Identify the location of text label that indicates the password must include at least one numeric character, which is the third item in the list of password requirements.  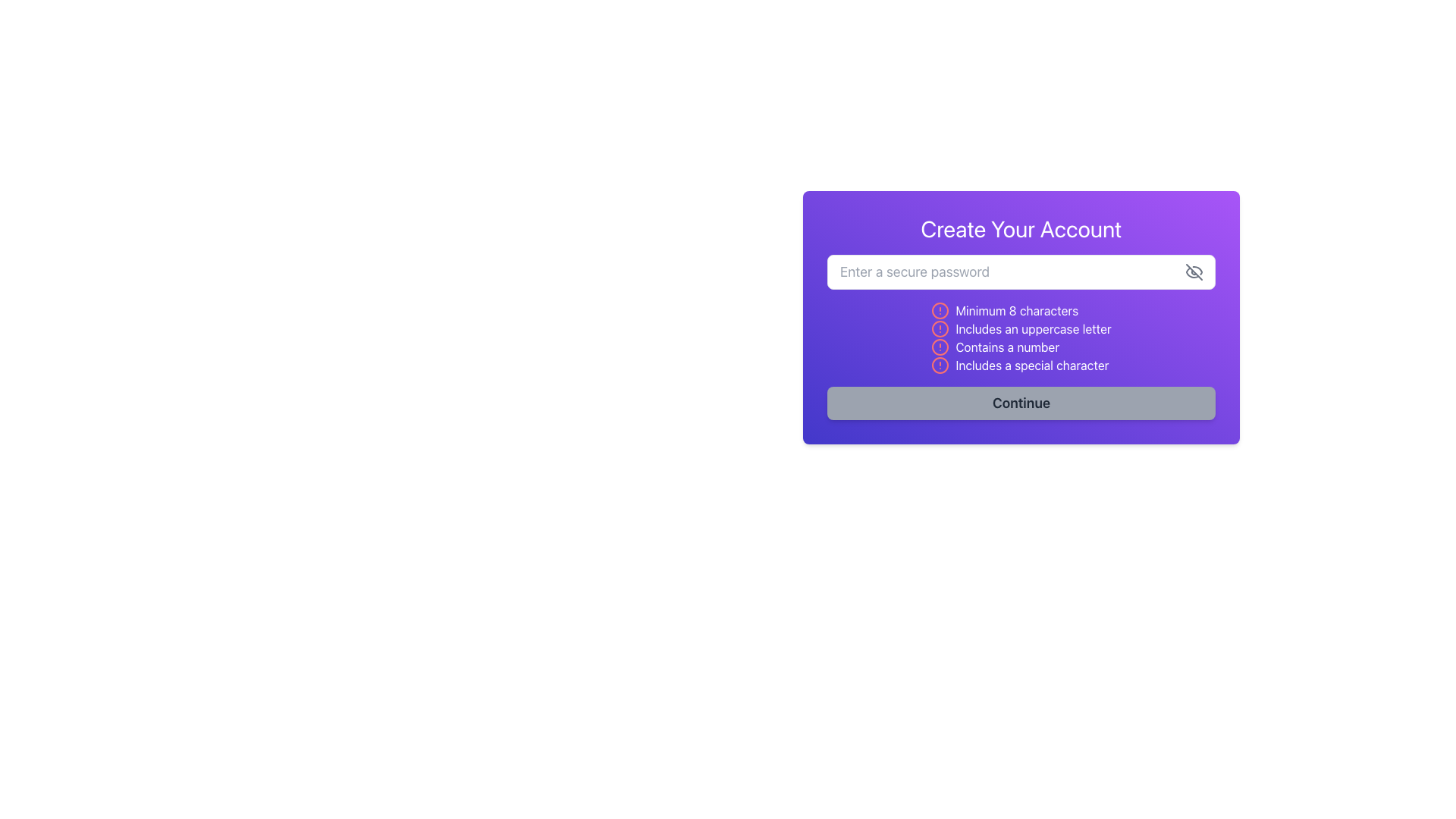
(1021, 347).